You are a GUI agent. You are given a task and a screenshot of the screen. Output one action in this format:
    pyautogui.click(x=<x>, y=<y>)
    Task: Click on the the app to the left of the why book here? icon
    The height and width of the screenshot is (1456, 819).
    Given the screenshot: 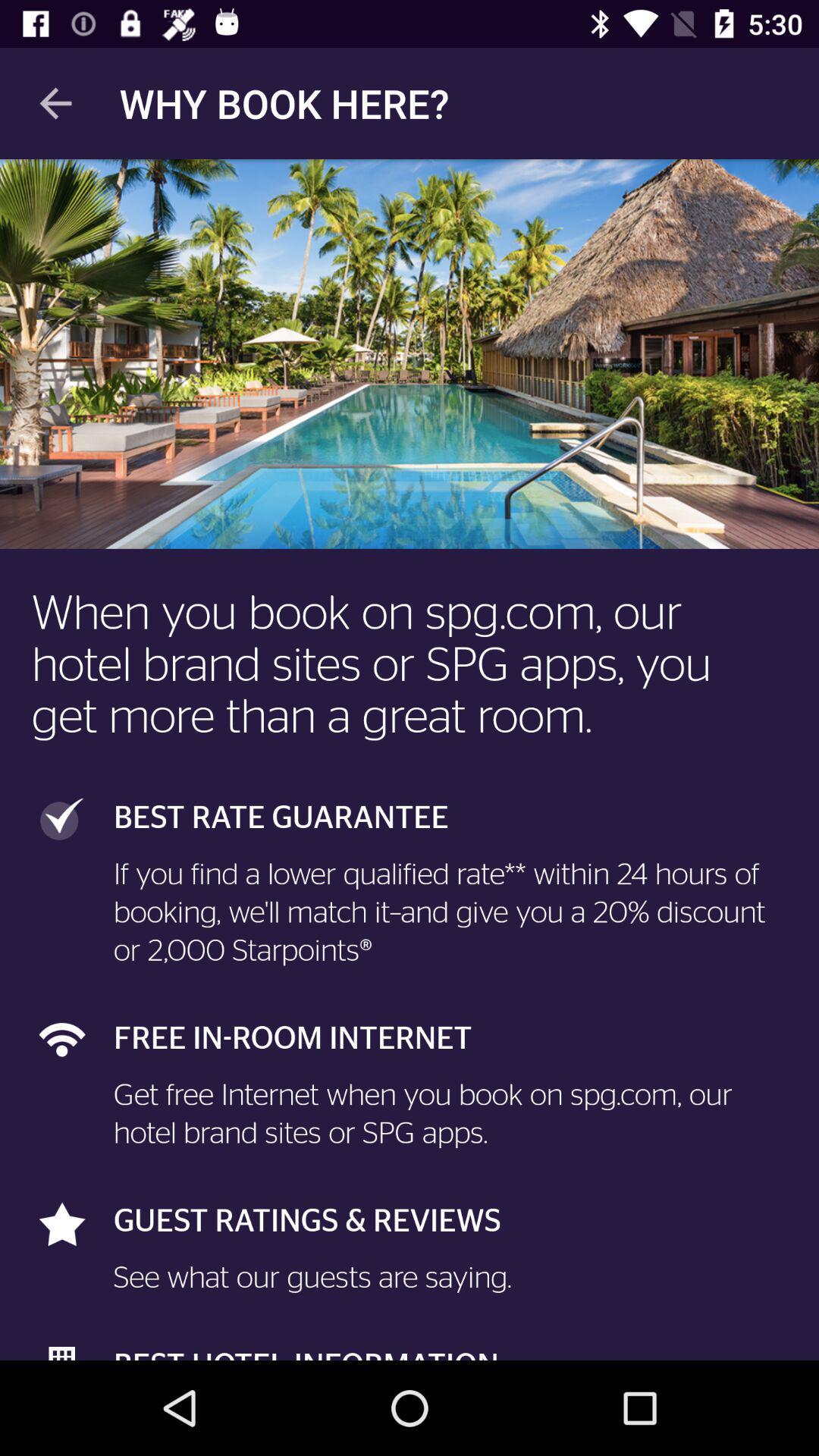 What is the action you would take?
    pyautogui.click(x=55, y=102)
    